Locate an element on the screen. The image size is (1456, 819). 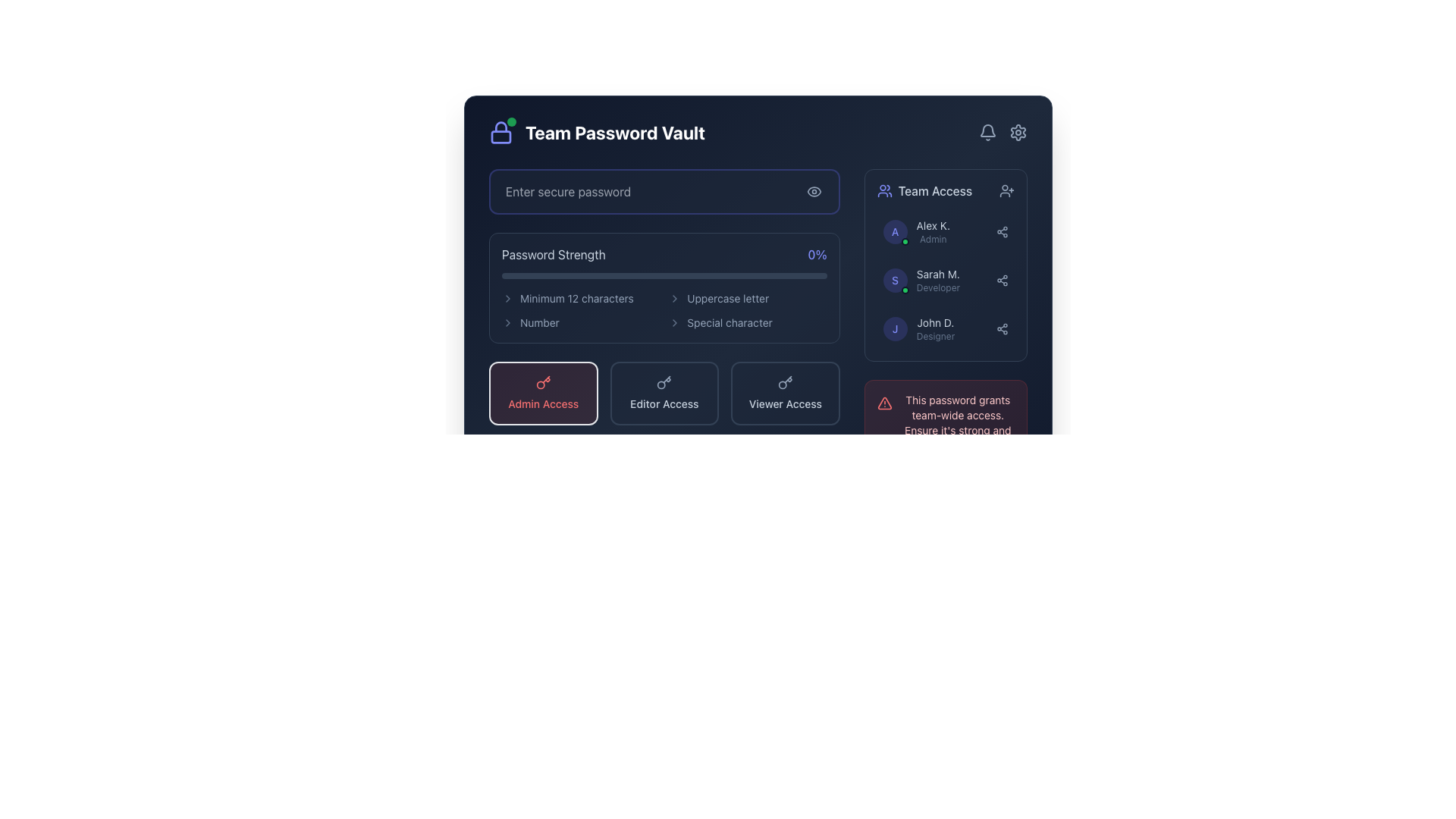
the eye icon button, which is slate-gray and located to the right of the 'Enter secure password' input field is located at coordinates (813, 191).